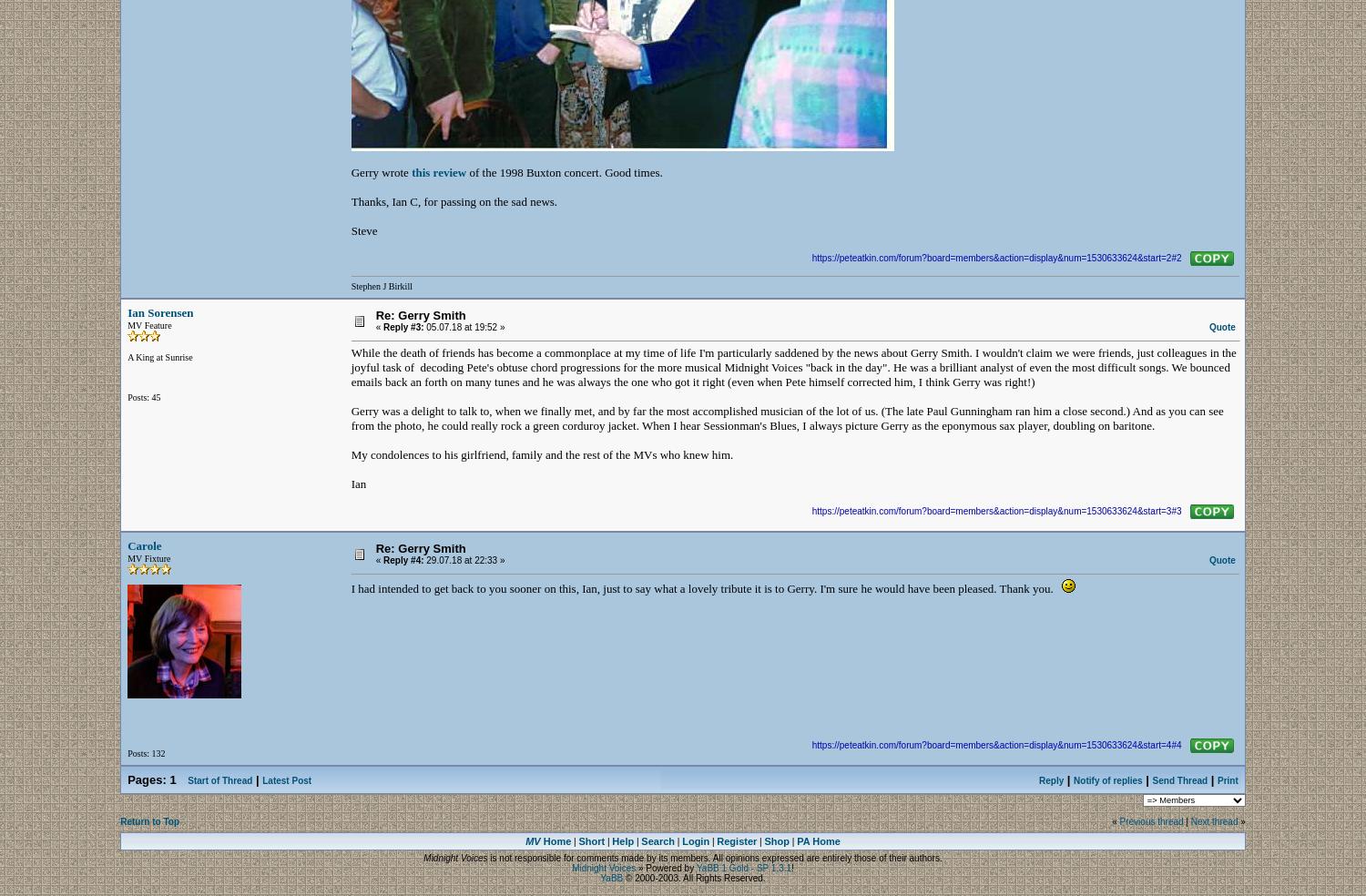 Image resolution: width=1366 pixels, height=896 pixels. I want to click on 'YaBB', so click(611, 878).